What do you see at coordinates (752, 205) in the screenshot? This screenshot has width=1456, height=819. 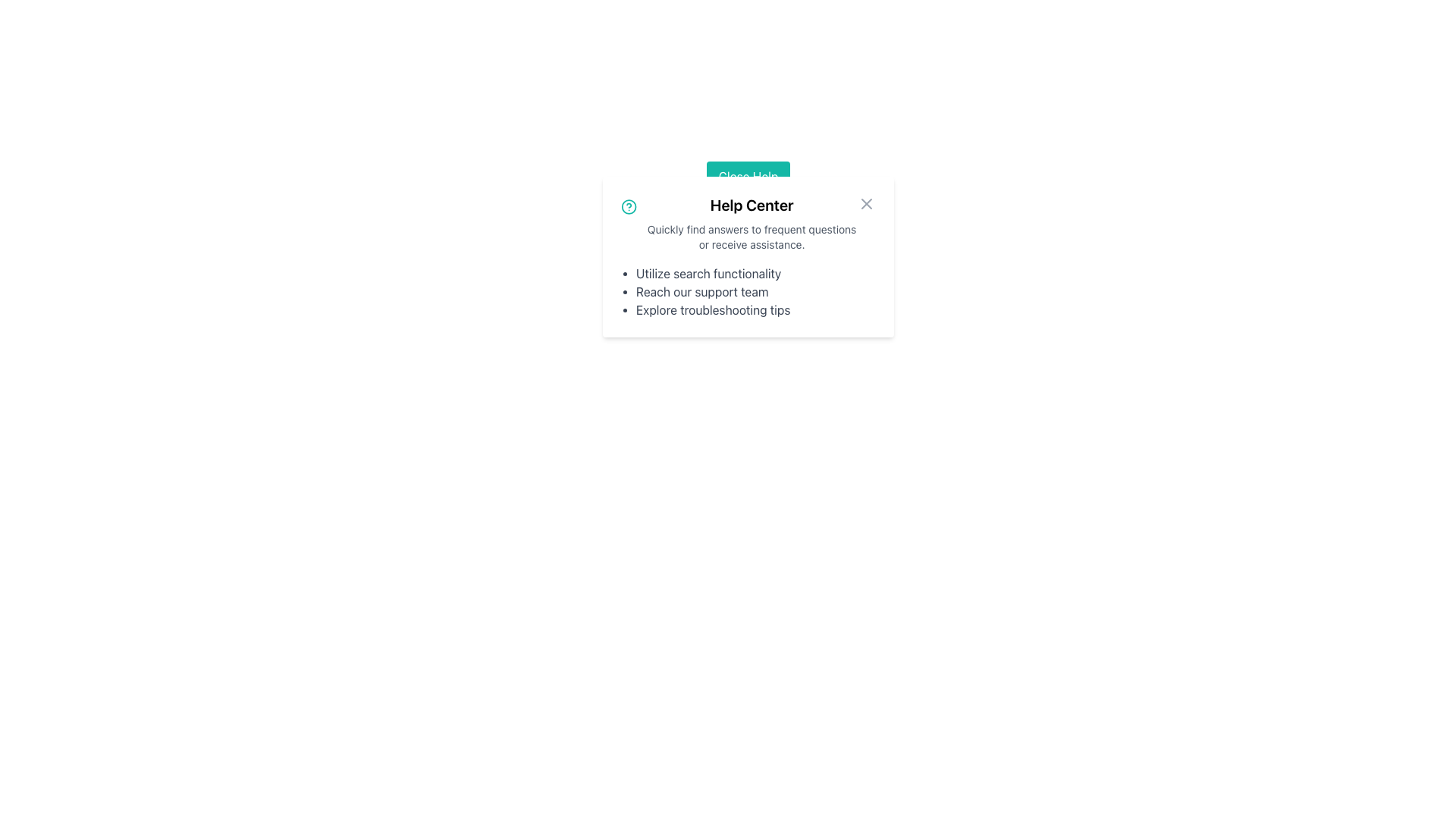 I see `the section title text in the Help Center, which is centrally aligned and located above the descriptive text about finding answers and assistance` at bounding box center [752, 205].